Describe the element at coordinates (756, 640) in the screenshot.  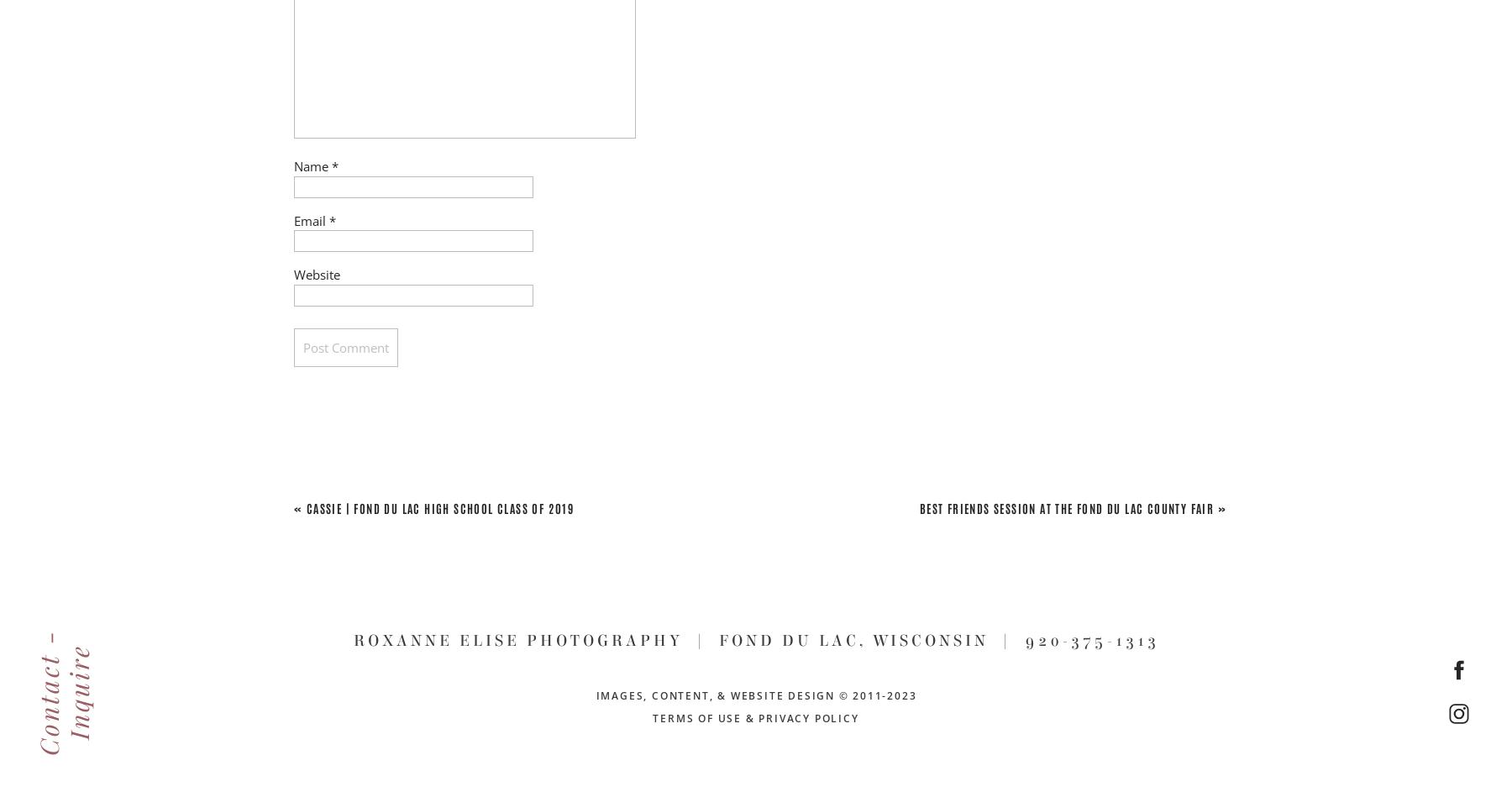
I see `'Roxanne Elise Photography  |  Fond du Lac, Wisconsin  |  920-375-1313'` at that location.